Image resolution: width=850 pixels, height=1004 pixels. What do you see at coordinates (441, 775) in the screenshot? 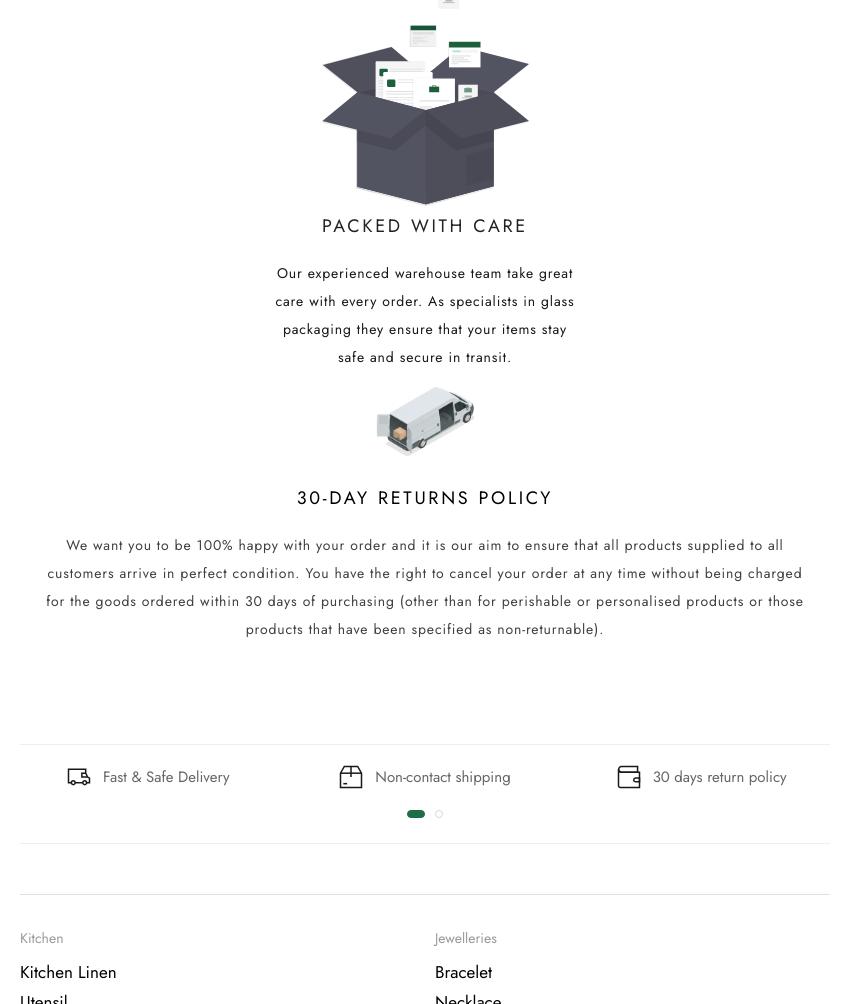
I see `'Non-contact shipping'` at bounding box center [441, 775].